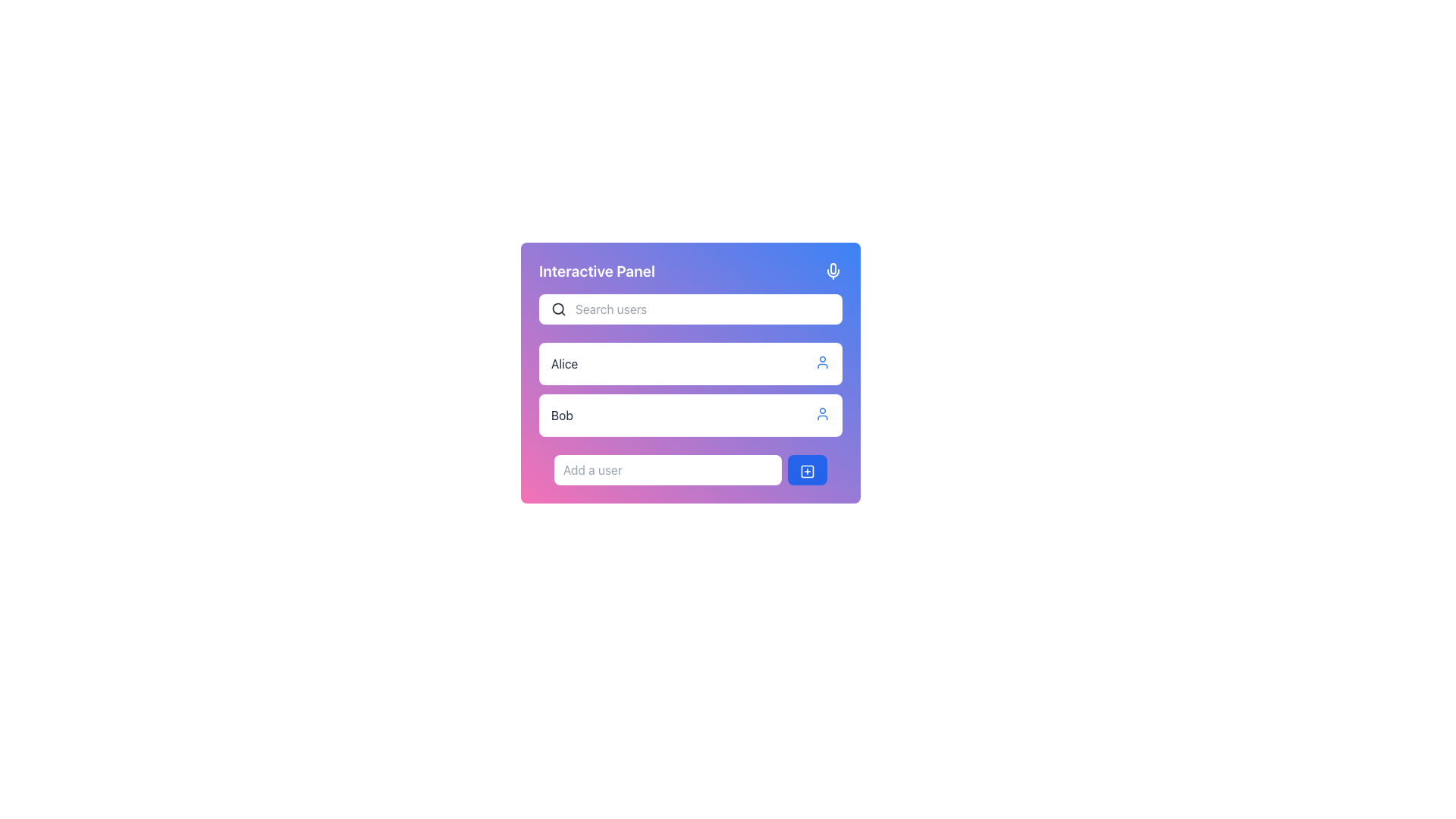 This screenshot has height=819, width=1456. Describe the element at coordinates (563, 363) in the screenshot. I see `the Text Label displaying the user's name within the user list or profile card located at the top-left corner of the card` at that location.